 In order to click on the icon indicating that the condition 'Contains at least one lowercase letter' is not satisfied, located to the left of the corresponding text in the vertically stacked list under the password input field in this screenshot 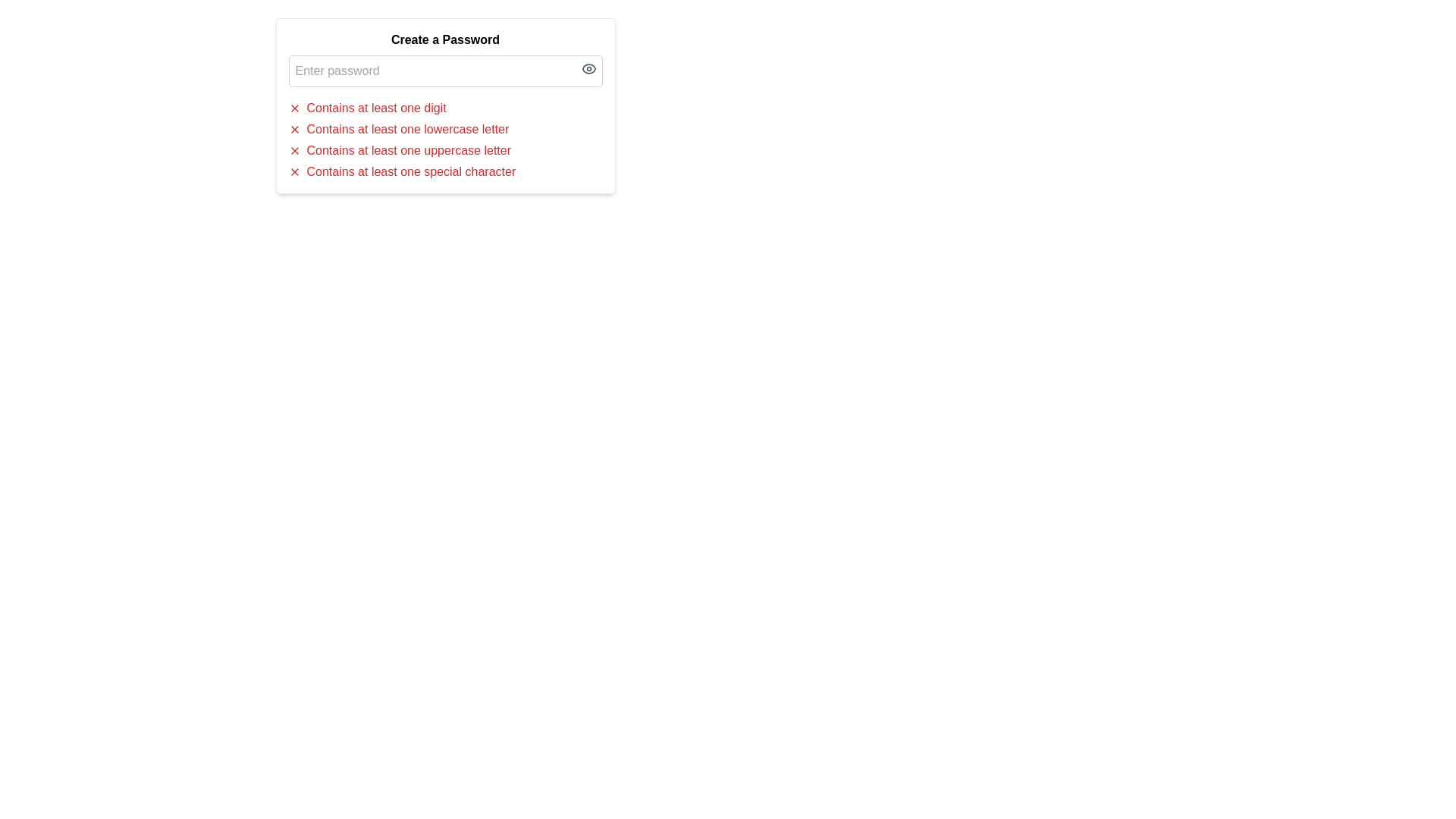, I will do `click(294, 128)`.